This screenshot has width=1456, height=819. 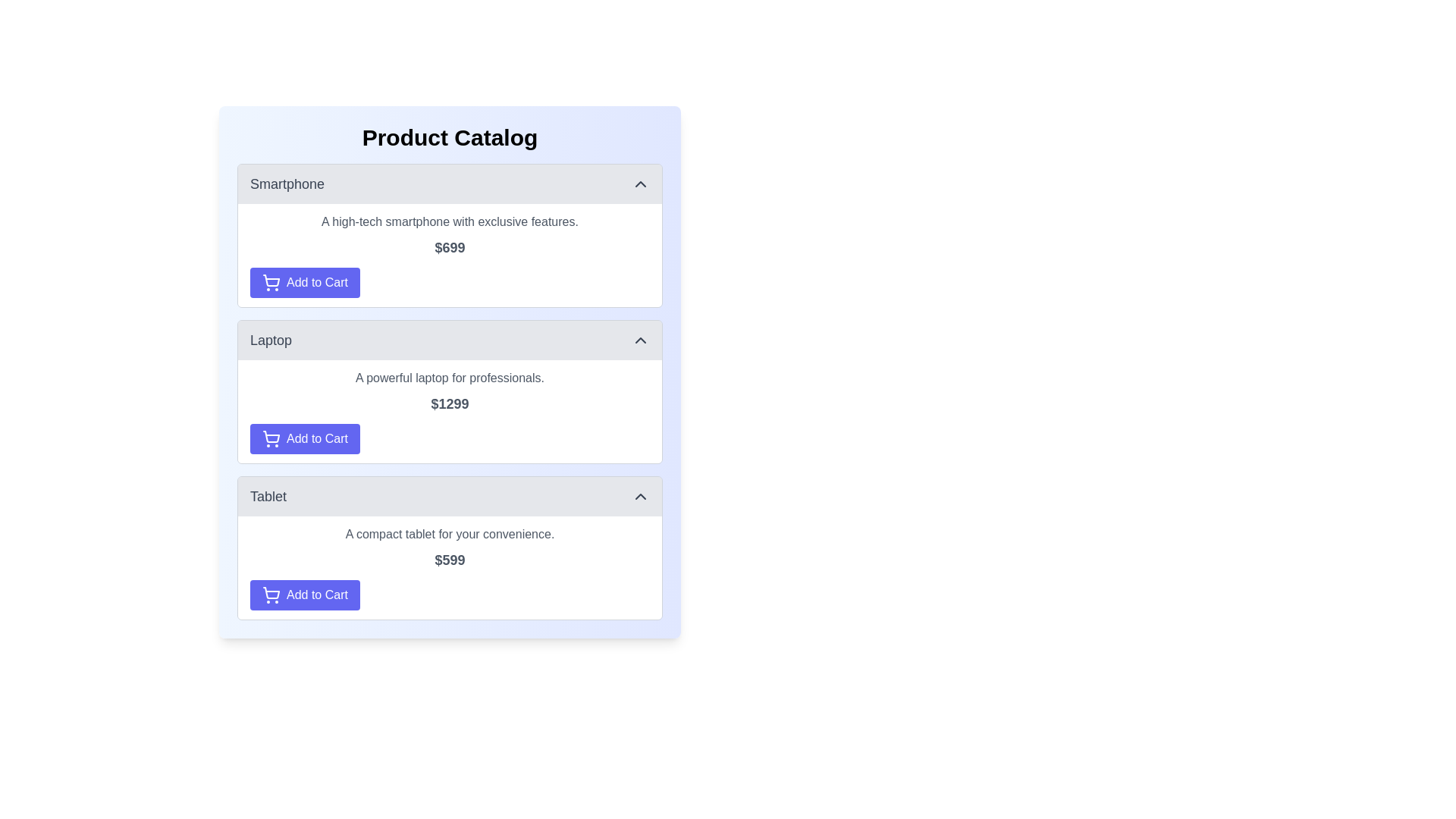 What do you see at coordinates (304, 438) in the screenshot?
I see `the 'Add to Cart' button located at the bottom of the laptop product section` at bounding box center [304, 438].